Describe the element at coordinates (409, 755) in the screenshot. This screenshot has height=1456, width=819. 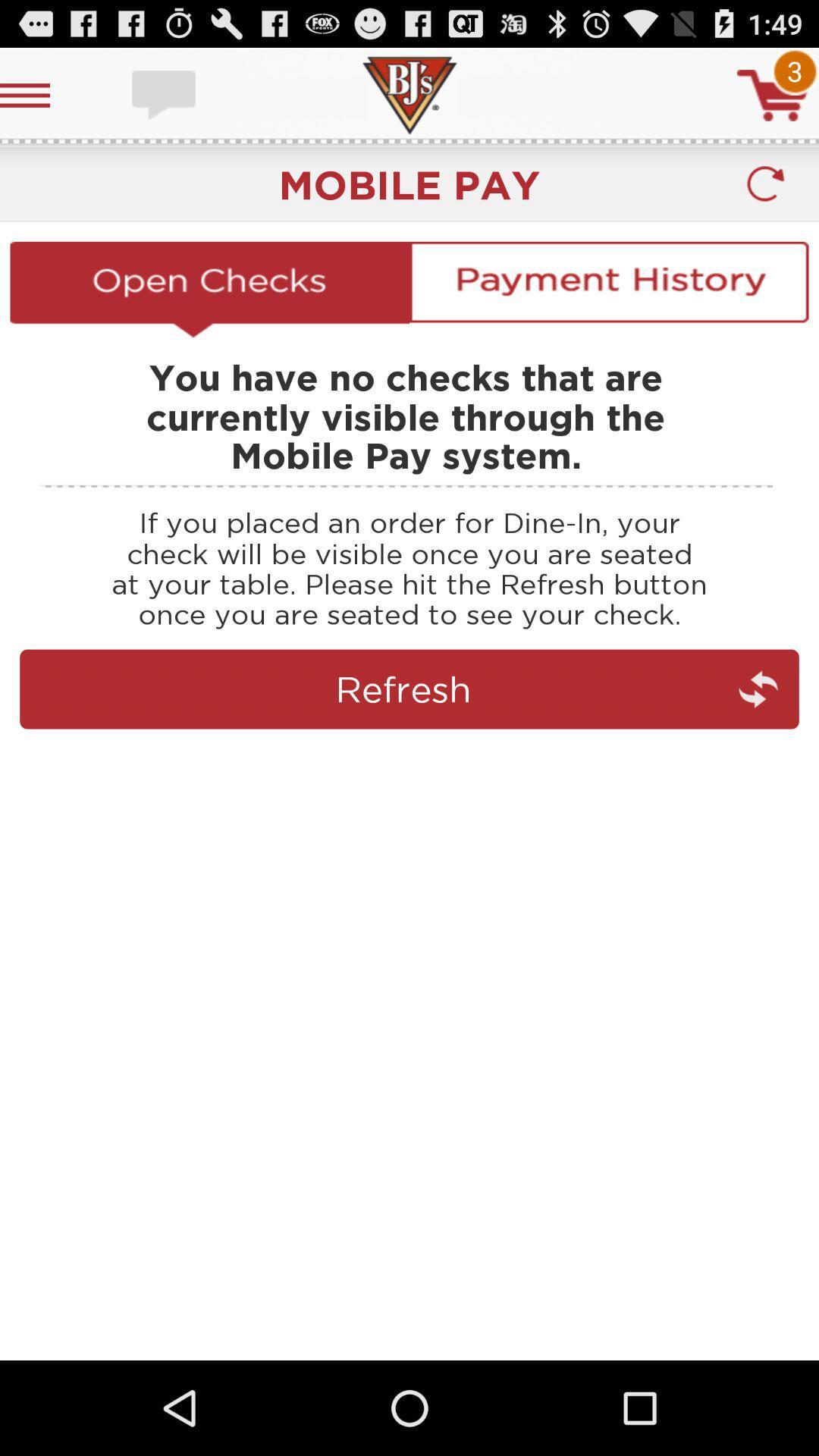
I see `refresh page` at that location.